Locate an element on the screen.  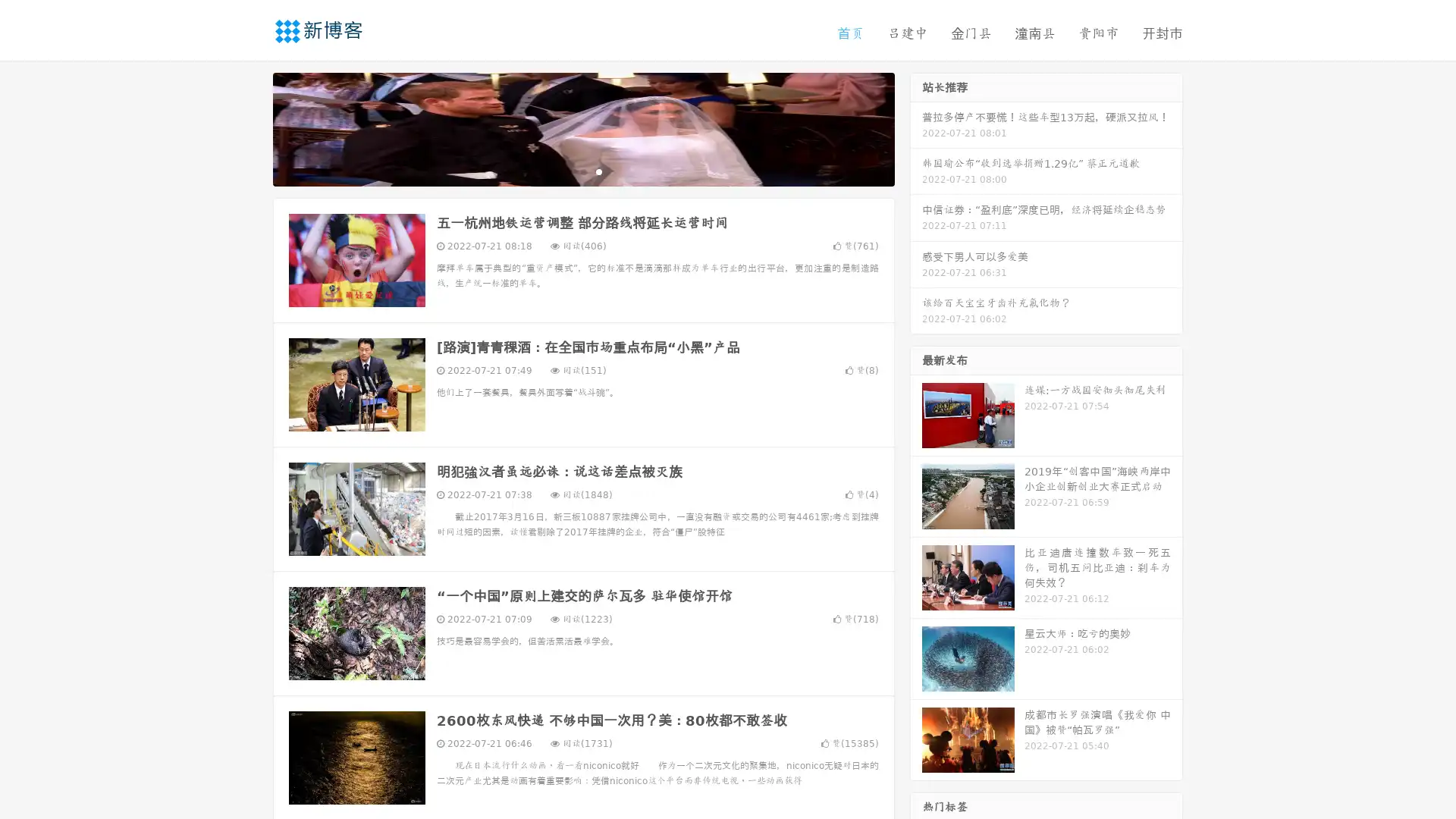
Go to slide 1 is located at coordinates (567, 171).